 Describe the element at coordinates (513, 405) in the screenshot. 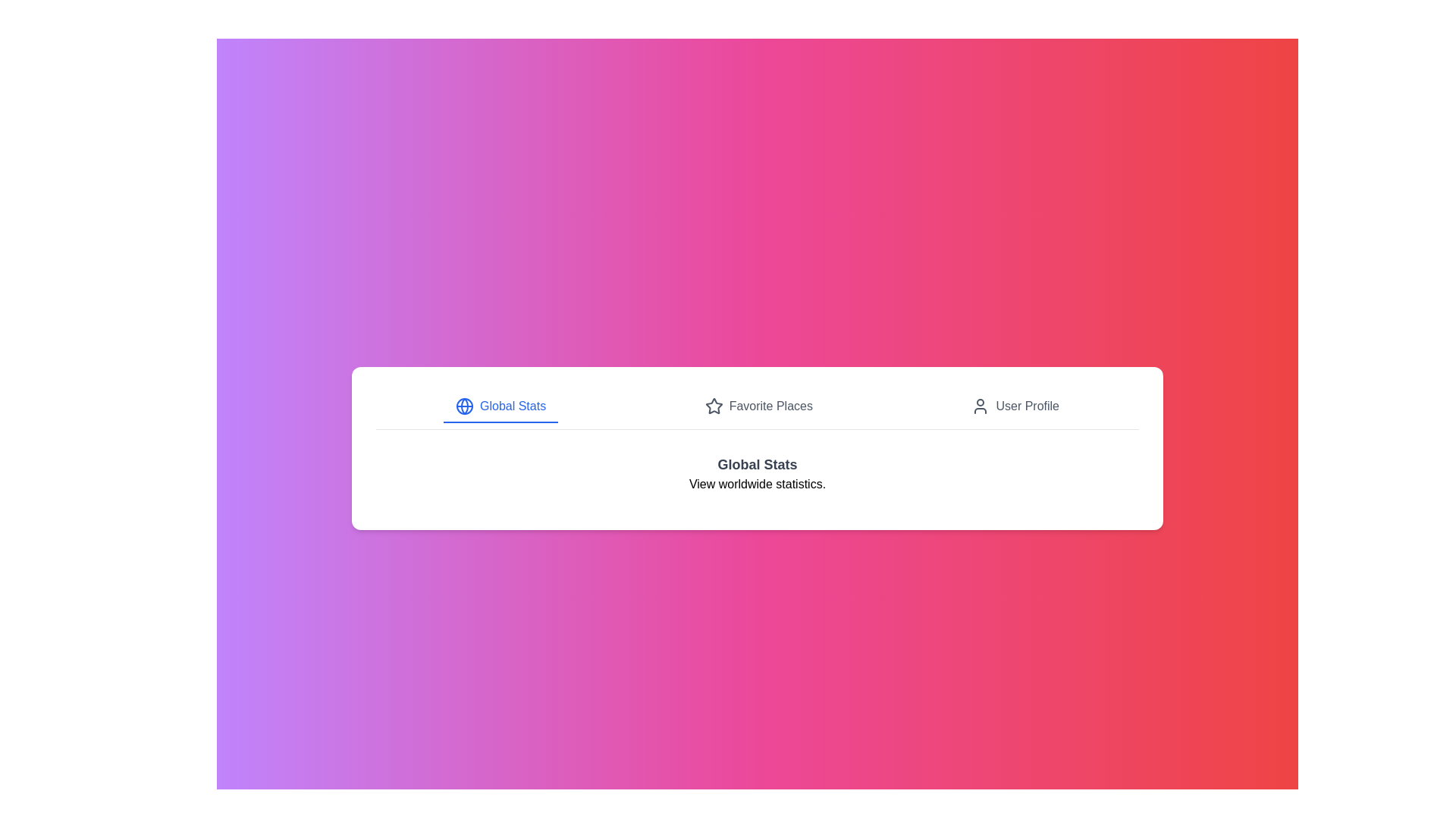

I see `the 'Global Stats' text label, which is styled in blue and positioned next to a globe icon in the navigation bar` at that location.